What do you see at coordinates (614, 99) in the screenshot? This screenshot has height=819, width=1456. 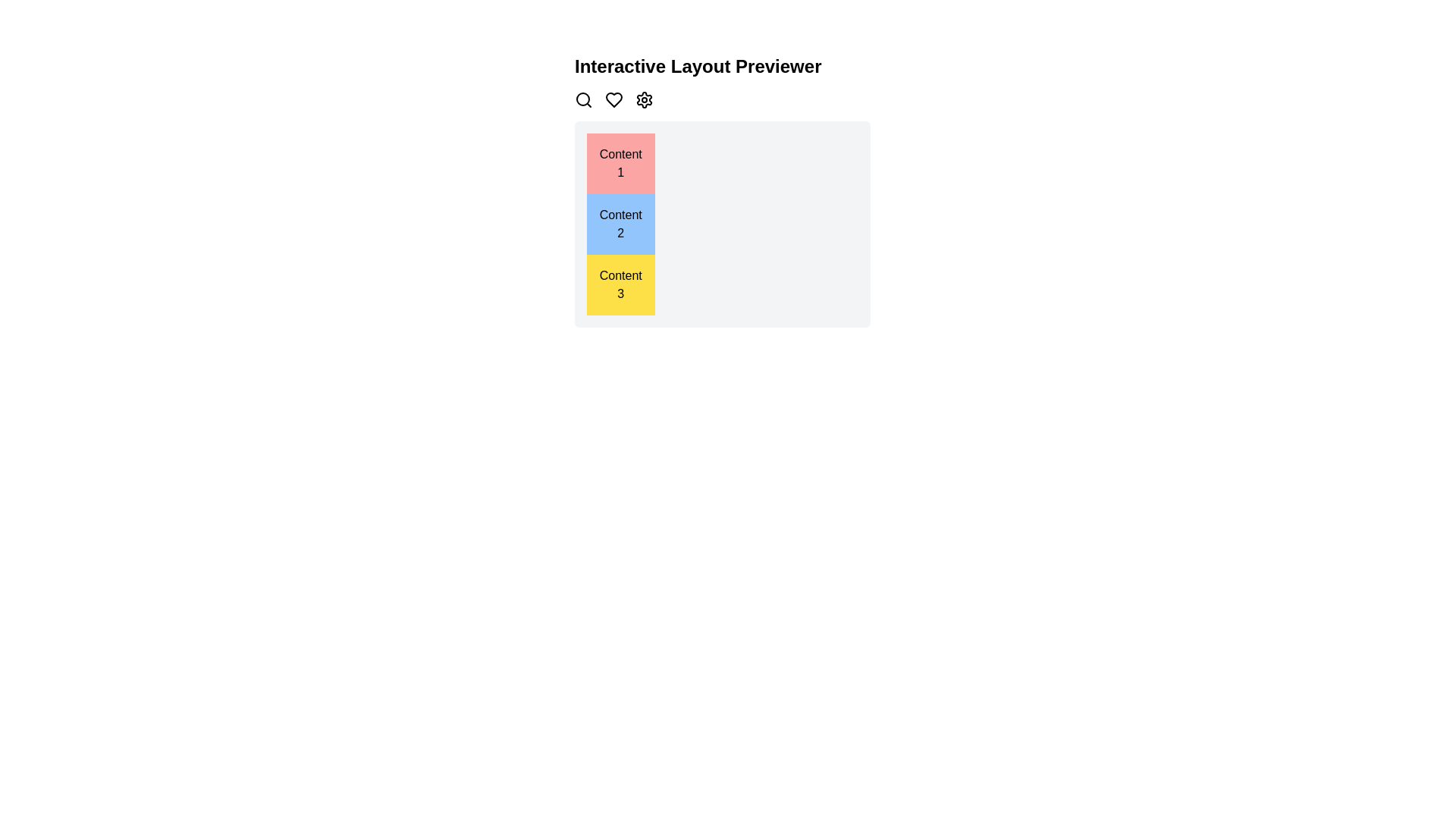 I see `the heart-shaped icon located between the magnifying glass and gear icons to like or favorite content` at bounding box center [614, 99].